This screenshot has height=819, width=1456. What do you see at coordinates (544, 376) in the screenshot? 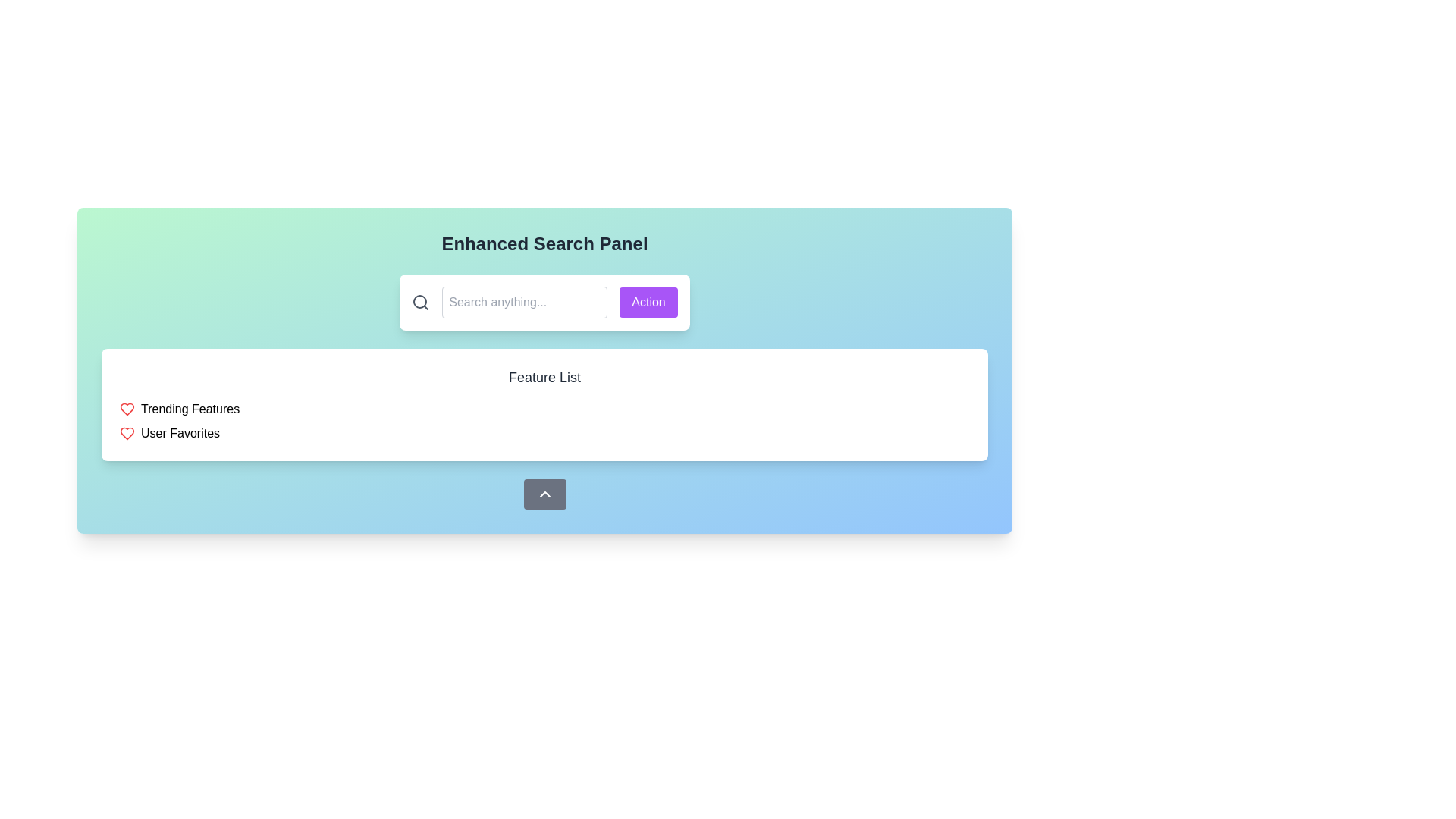
I see `text of the heading or title located at the top center of a white section above the list of 'Trending Features' and 'User Favorites'` at bounding box center [544, 376].